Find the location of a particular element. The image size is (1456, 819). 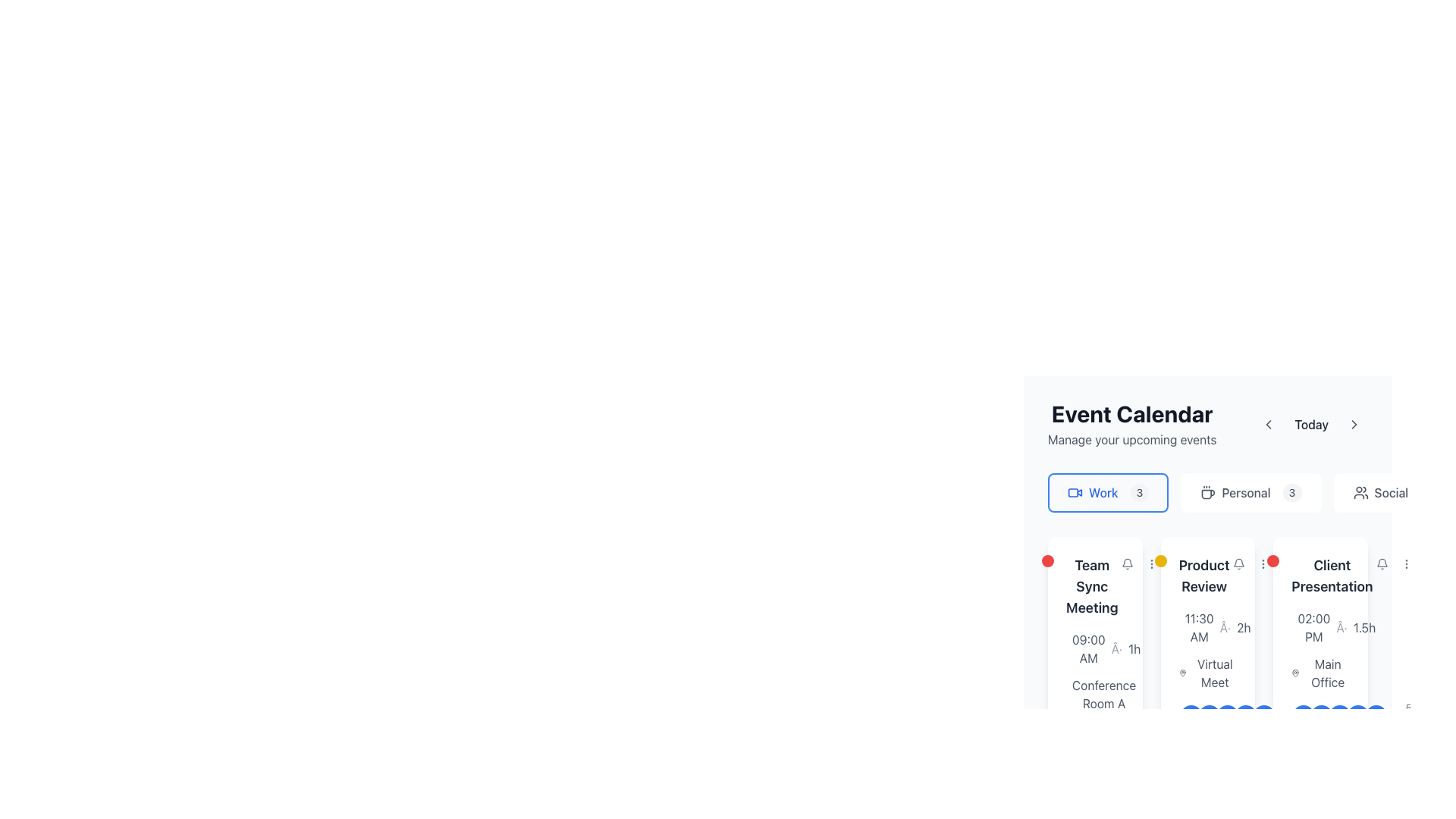

displayed time from the time label showing '11:30 AM' within the 'Product Review' calendar event card, positioned above 'Virtual Meet' is located at coordinates (1198, 628).